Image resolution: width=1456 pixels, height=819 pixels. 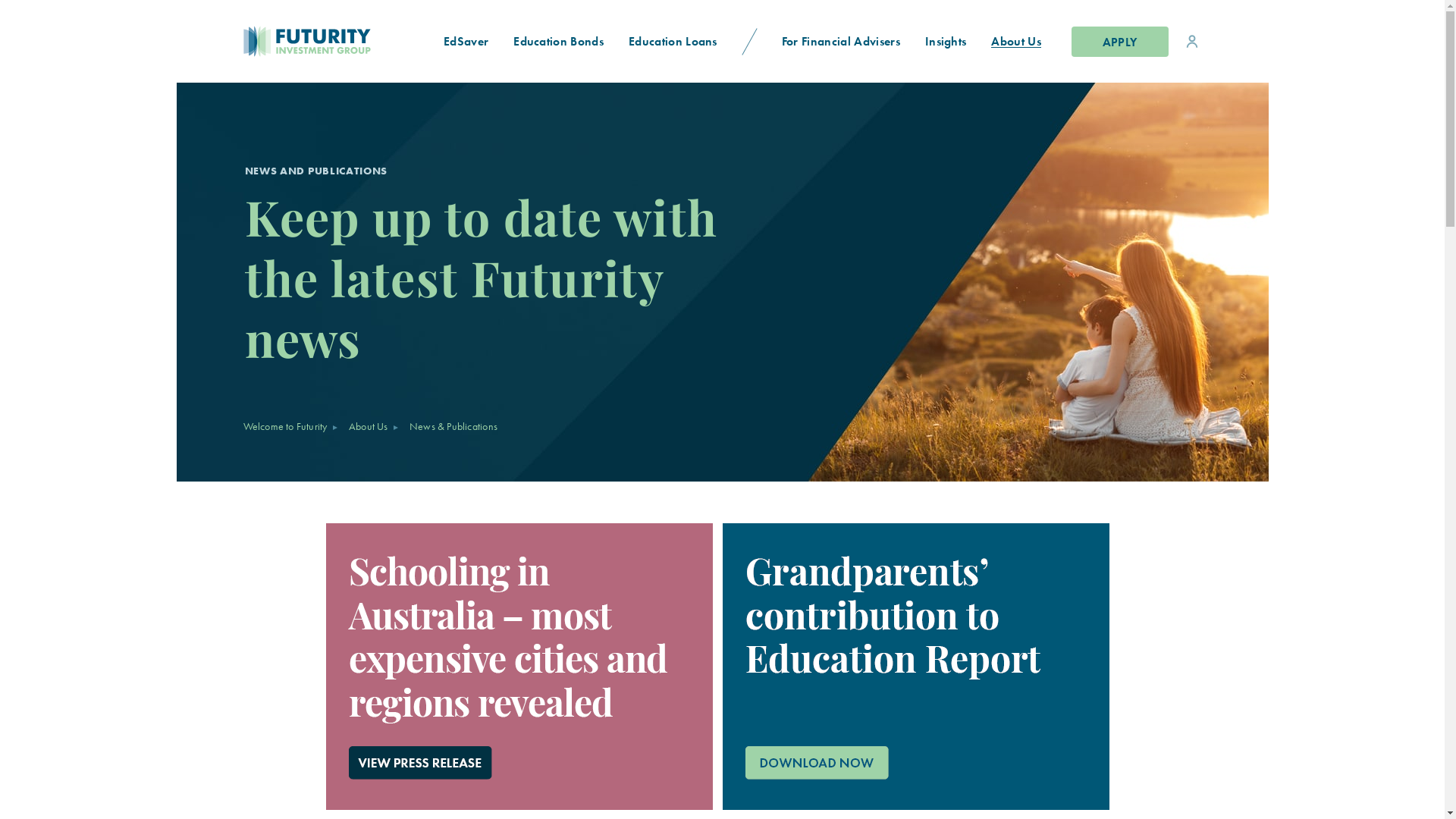 What do you see at coordinates (465, 40) in the screenshot?
I see `'EdSaver'` at bounding box center [465, 40].